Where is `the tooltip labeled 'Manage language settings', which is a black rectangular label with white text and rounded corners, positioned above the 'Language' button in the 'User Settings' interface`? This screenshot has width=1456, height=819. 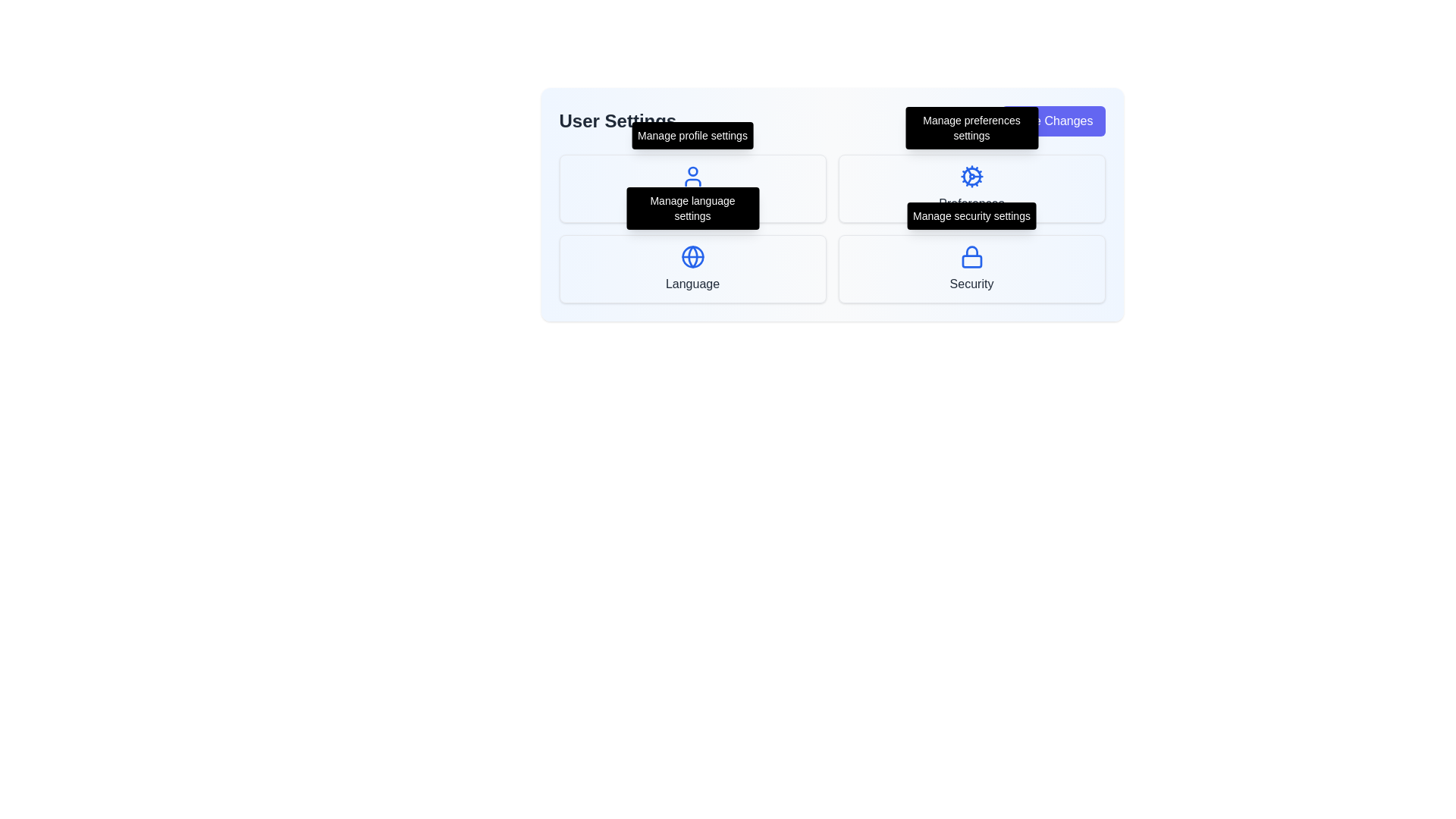
the tooltip labeled 'Manage language settings', which is a black rectangular label with white text and rounded corners, positioned above the 'Language' button in the 'User Settings' interface is located at coordinates (692, 208).